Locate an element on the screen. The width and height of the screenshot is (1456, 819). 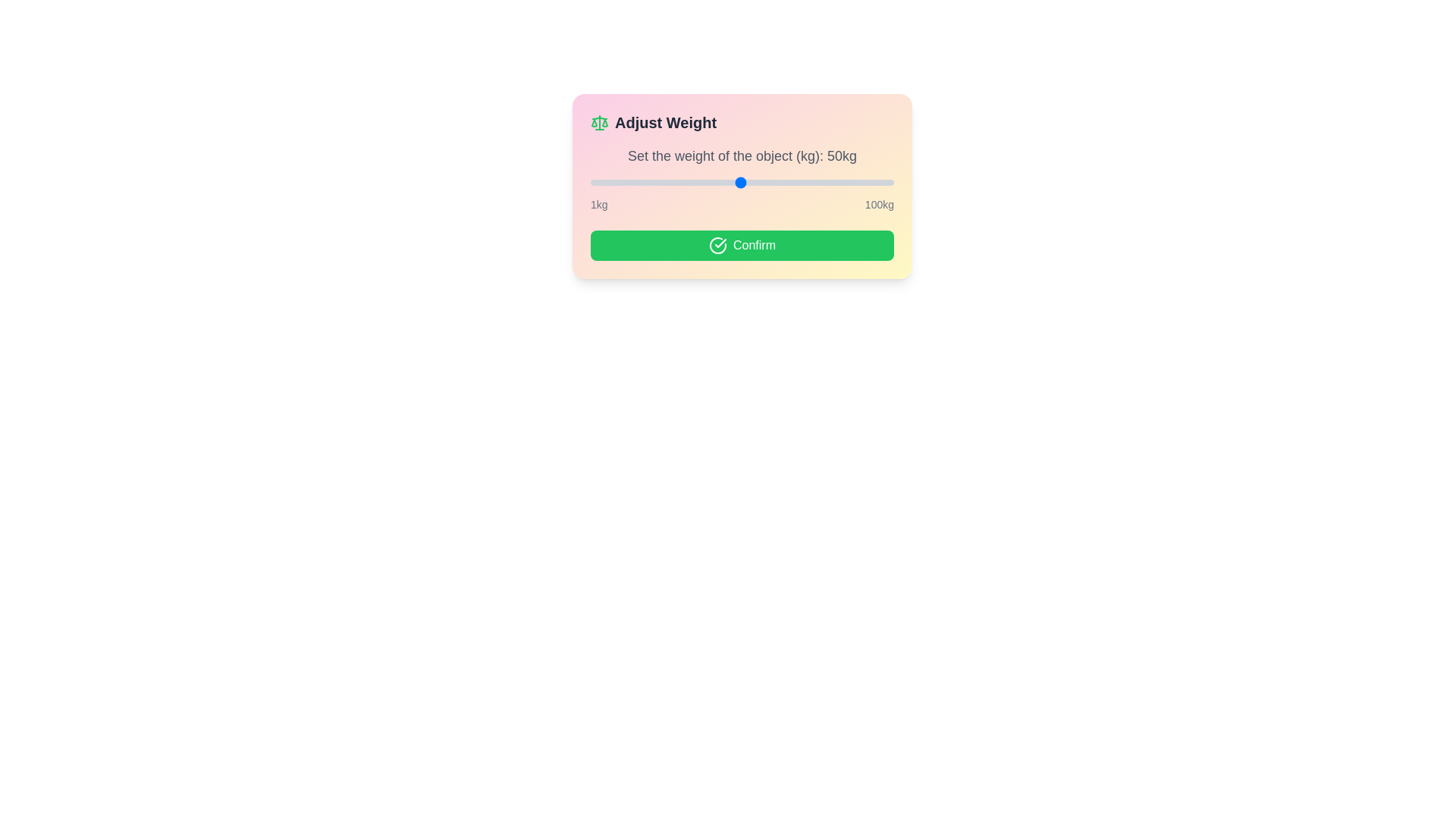
the weight to 96 kg using the slider is located at coordinates (881, 181).